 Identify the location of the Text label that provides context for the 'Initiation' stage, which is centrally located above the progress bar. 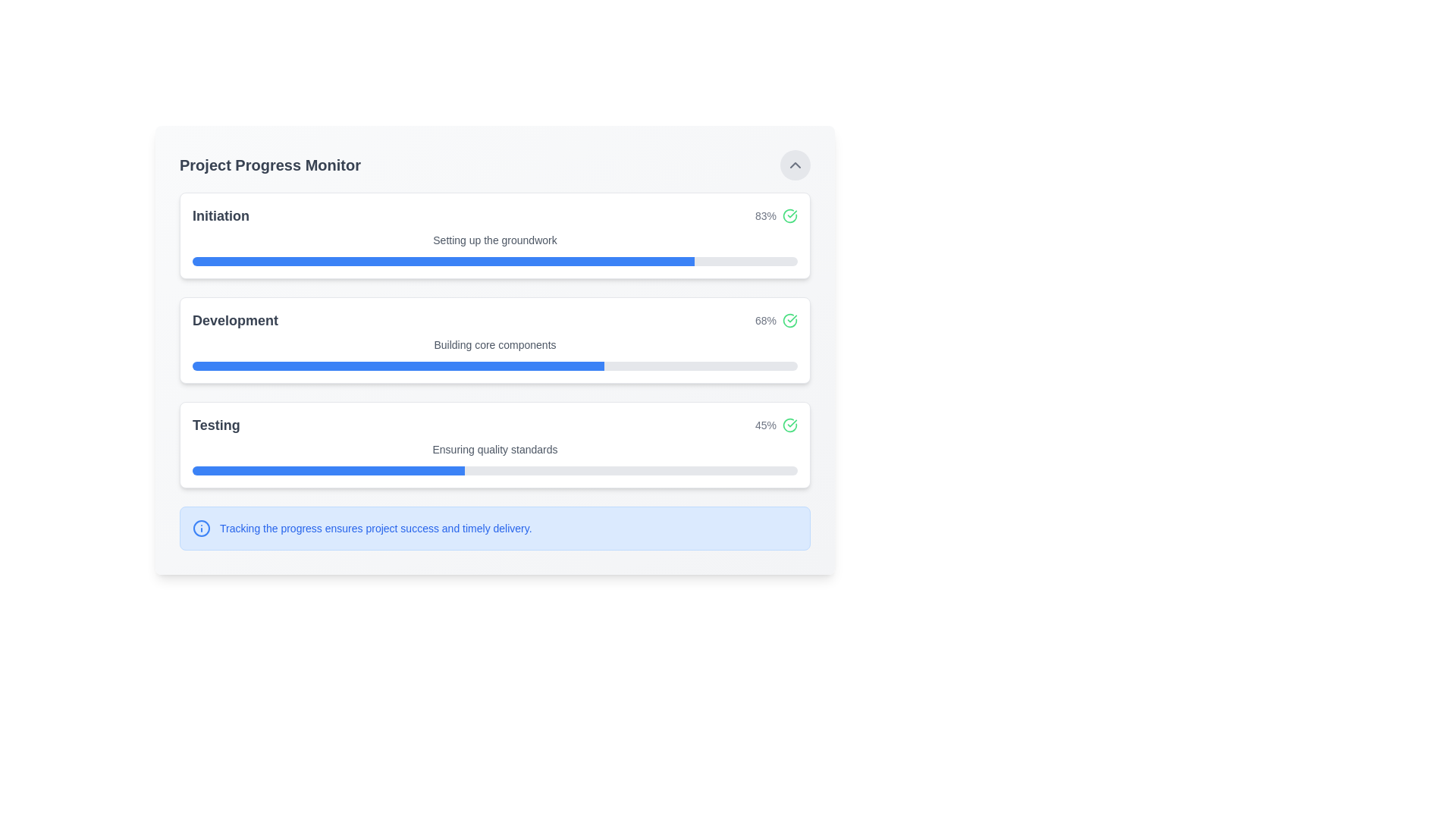
(494, 239).